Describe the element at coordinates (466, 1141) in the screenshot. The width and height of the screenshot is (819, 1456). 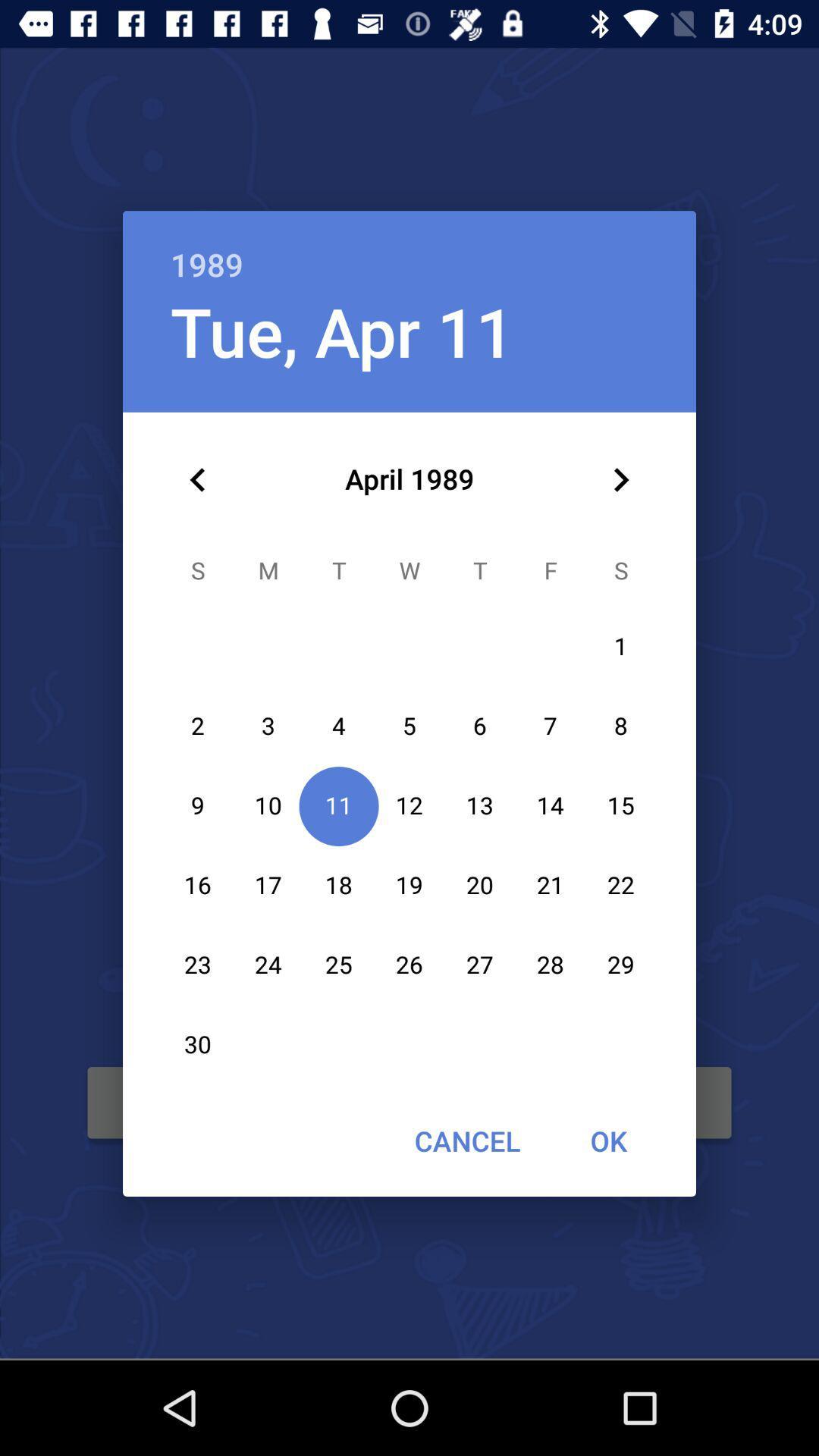
I see `the icon to the left of ok item` at that location.